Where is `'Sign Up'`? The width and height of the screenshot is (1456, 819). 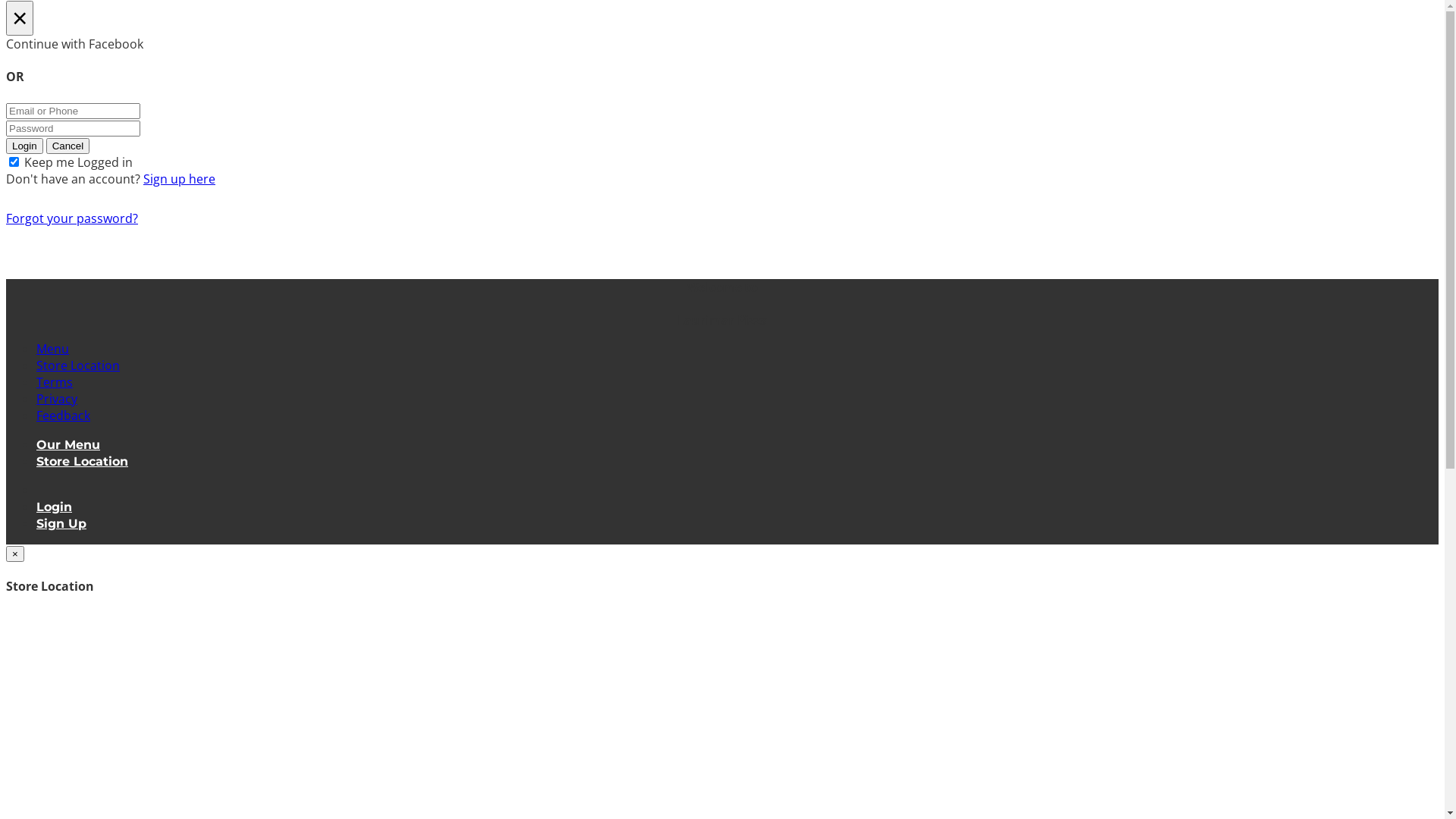 'Sign Up' is located at coordinates (36, 522).